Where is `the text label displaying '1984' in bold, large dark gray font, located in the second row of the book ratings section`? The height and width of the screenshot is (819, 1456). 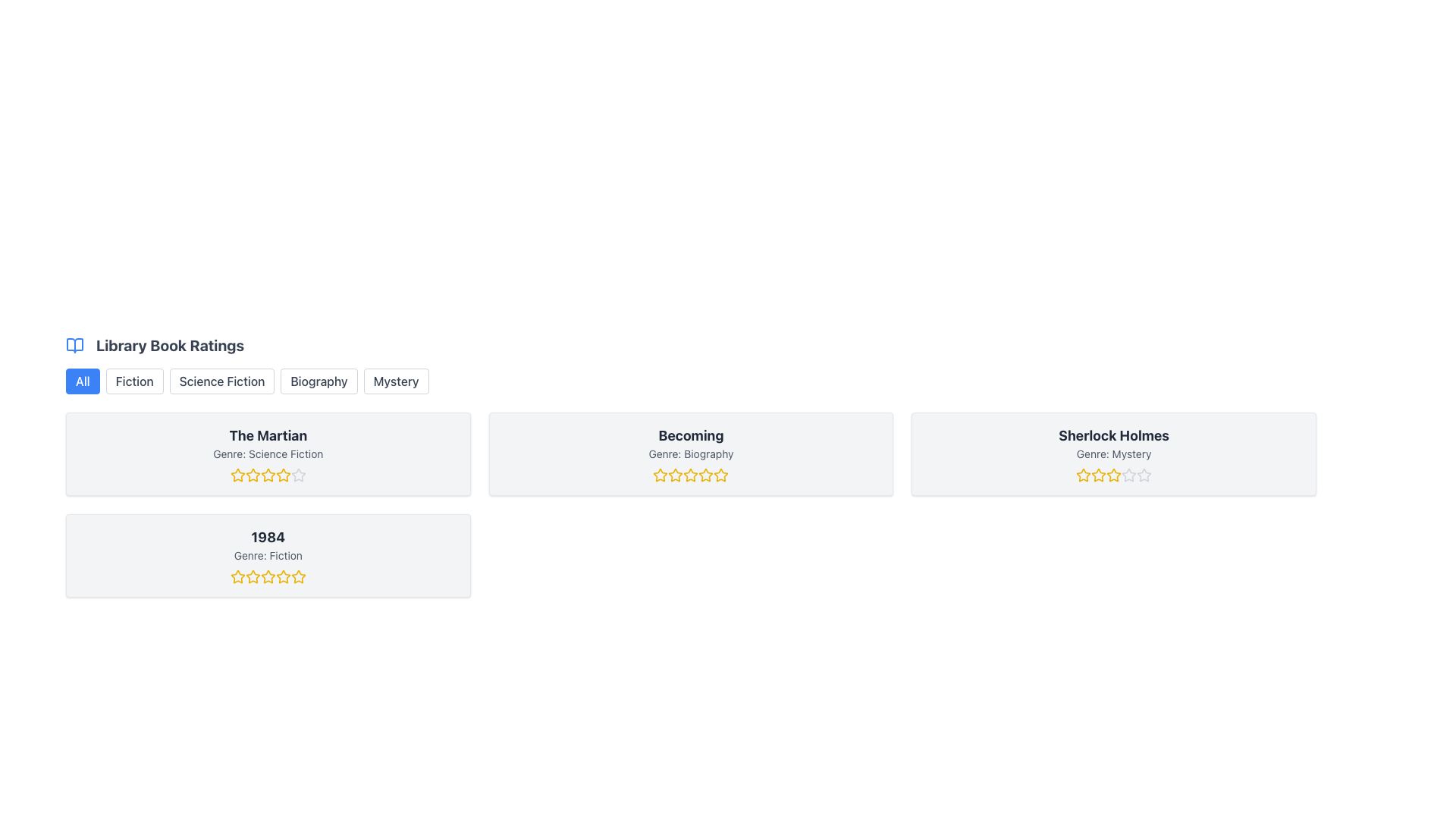
the text label displaying '1984' in bold, large dark gray font, located in the second row of the book ratings section is located at coordinates (268, 537).